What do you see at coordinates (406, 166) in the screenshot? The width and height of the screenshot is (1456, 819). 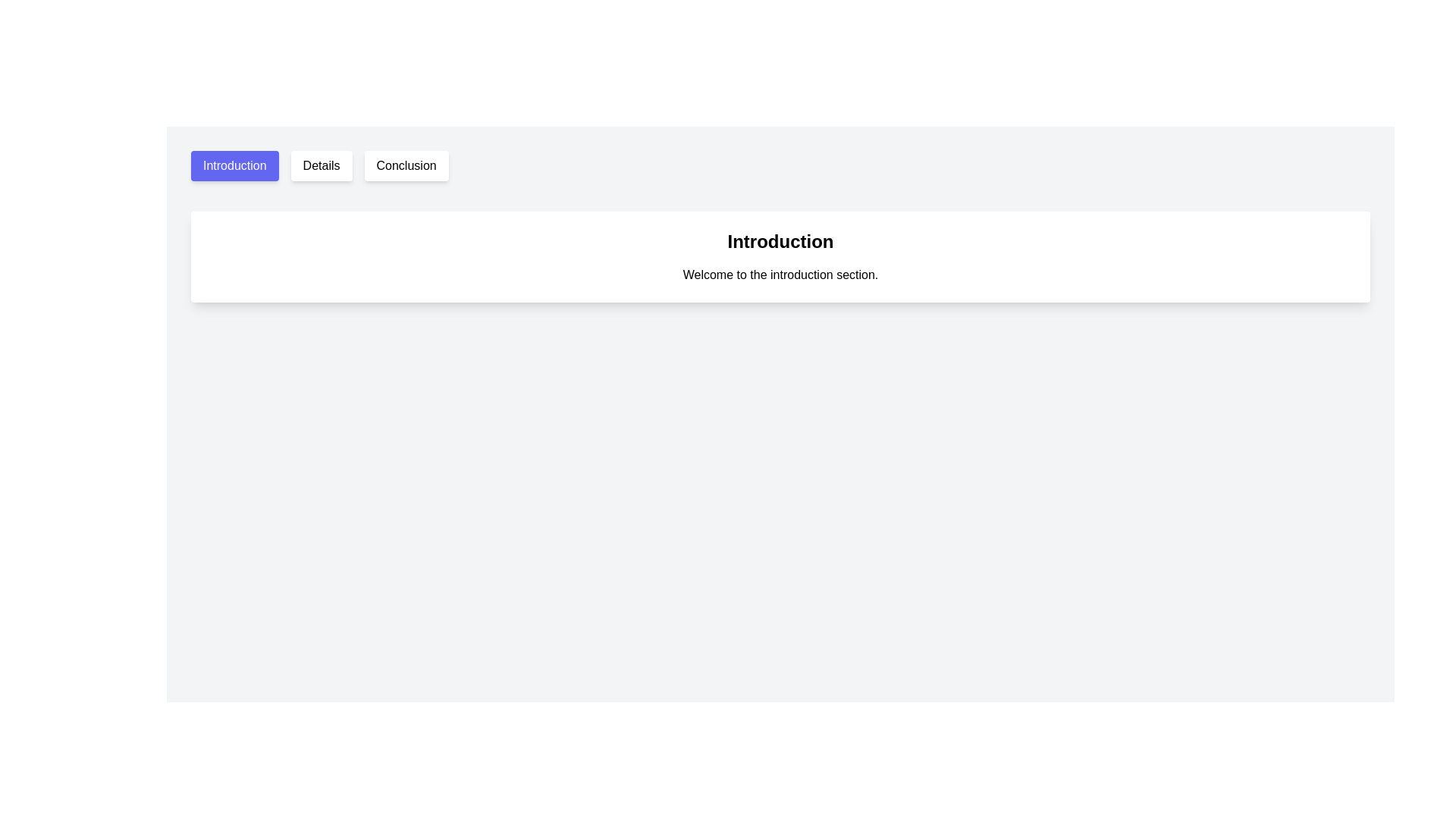 I see `the 'Conclusion' button, which is a rectangular button with a white background and black text, located at the top center of the interface` at bounding box center [406, 166].